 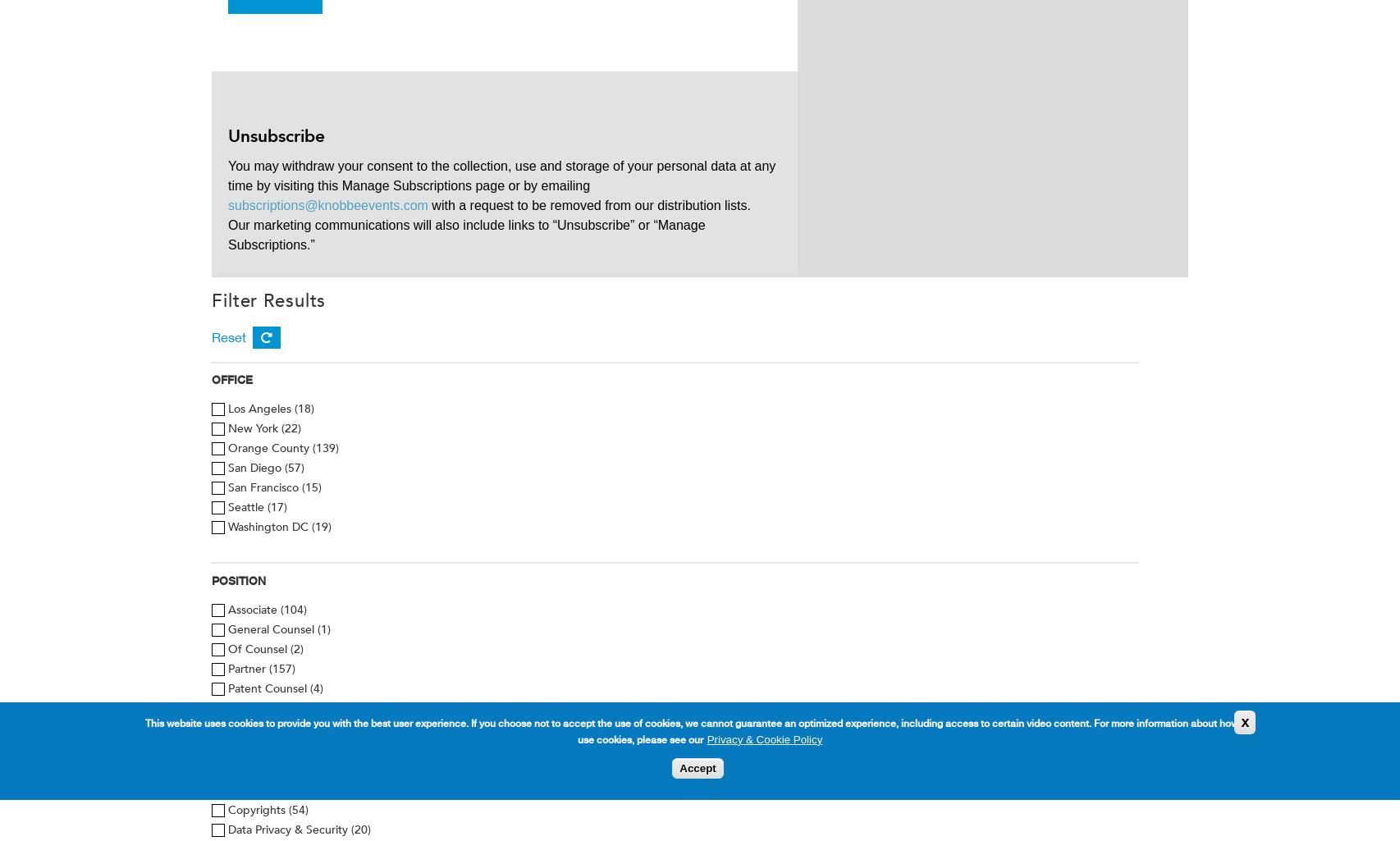 I want to click on 'Data Privacy & Security', so click(x=289, y=829).